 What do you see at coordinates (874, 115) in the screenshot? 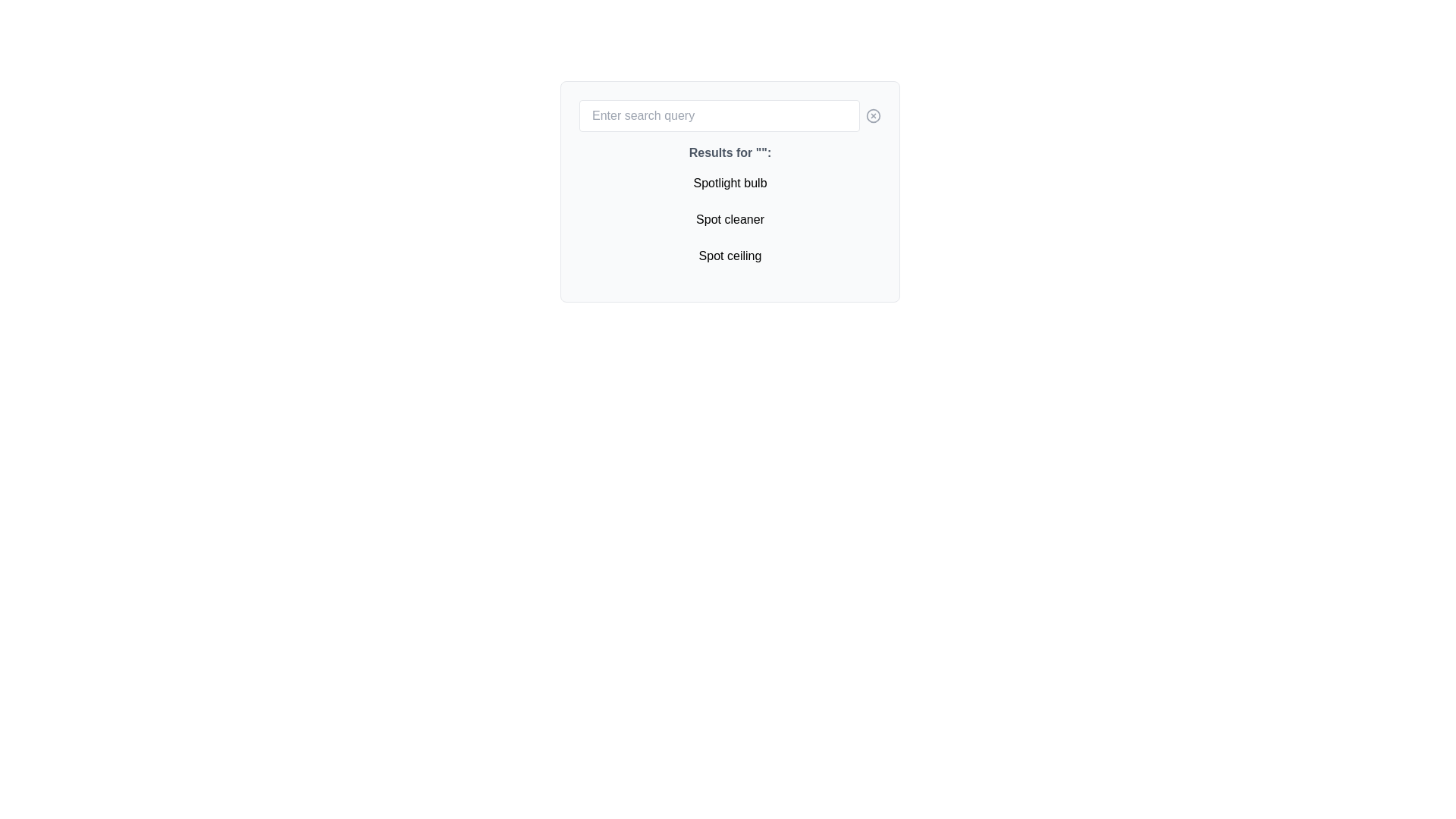
I see `the small circular button with an 'x' mark in its center, which is styled in gray and located to the right of the text input field, to clear the text field` at bounding box center [874, 115].